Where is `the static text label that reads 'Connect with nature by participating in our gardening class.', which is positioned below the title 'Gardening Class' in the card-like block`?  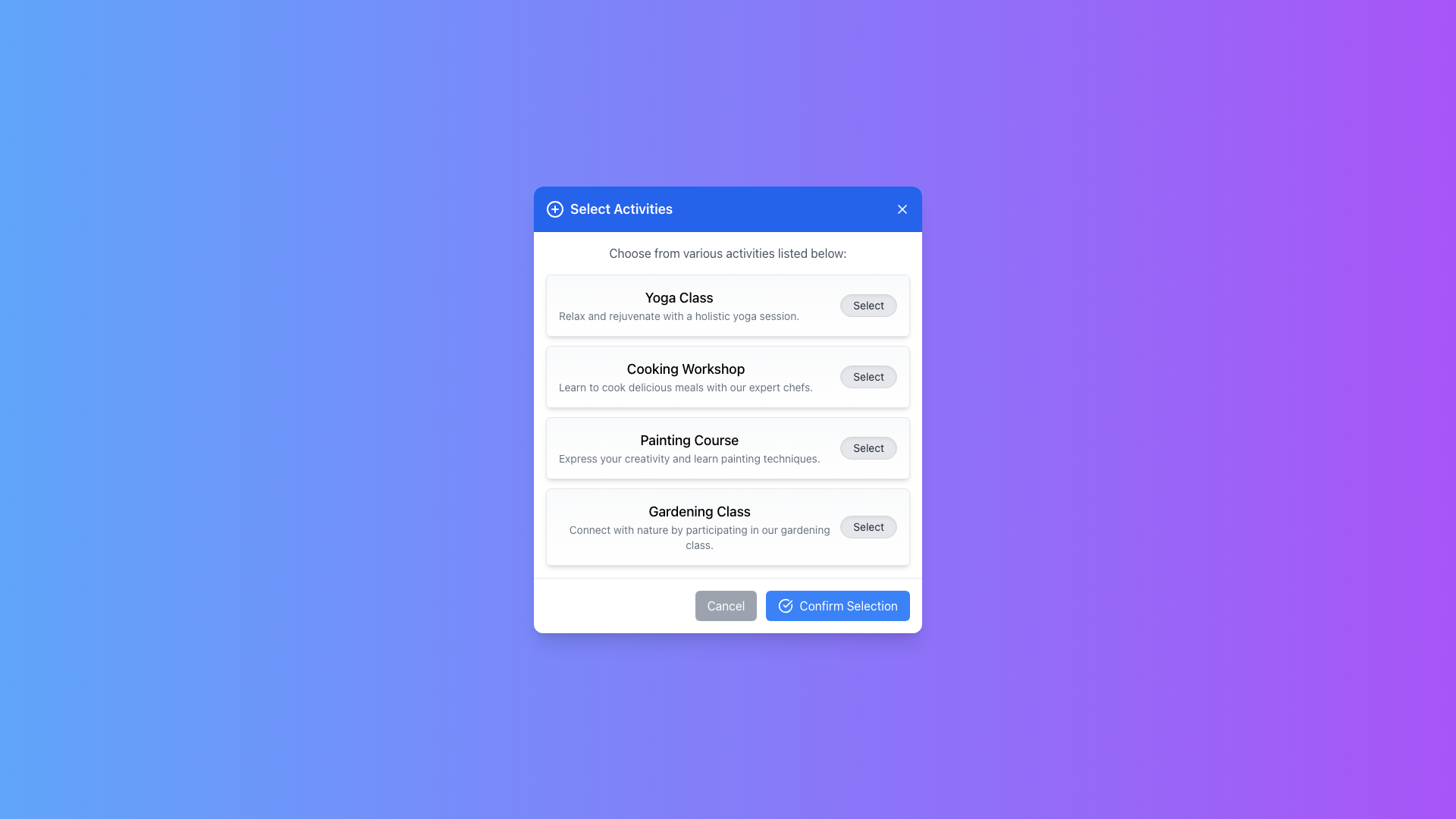
the static text label that reads 'Connect with nature by participating in our gardening class.', which is positioned below the title 'Gardening Class' in the card-like block is located at coordinates (698, 536).